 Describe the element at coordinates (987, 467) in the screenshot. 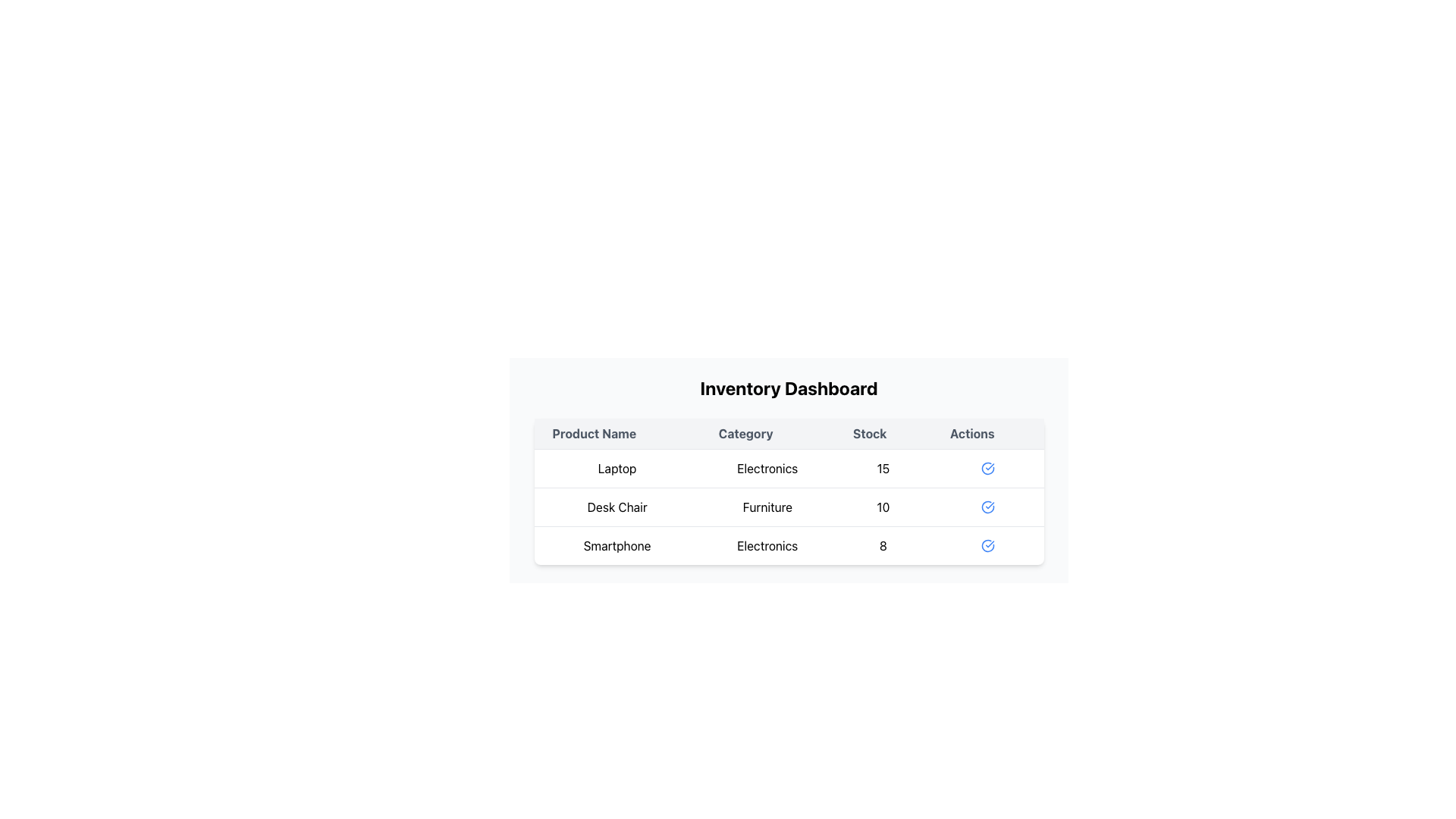

I see `the first interactive icon in the 'Actions' column of the table associated with the product 'Laptop'` at that location.